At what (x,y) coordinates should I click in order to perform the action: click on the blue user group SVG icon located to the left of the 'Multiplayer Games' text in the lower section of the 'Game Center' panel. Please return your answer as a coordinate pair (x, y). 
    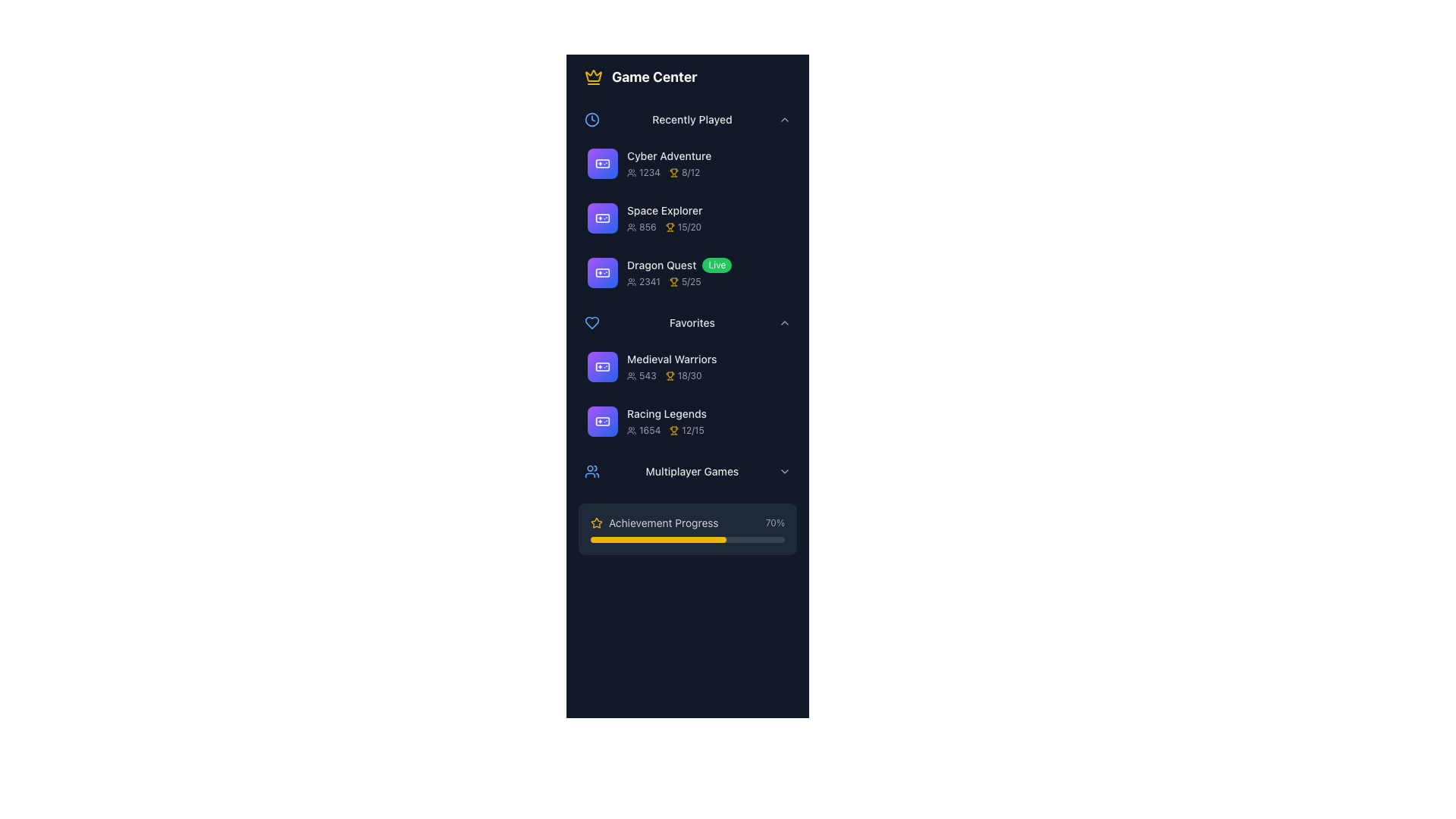
    Looking at the image, I should click on (591, 470).